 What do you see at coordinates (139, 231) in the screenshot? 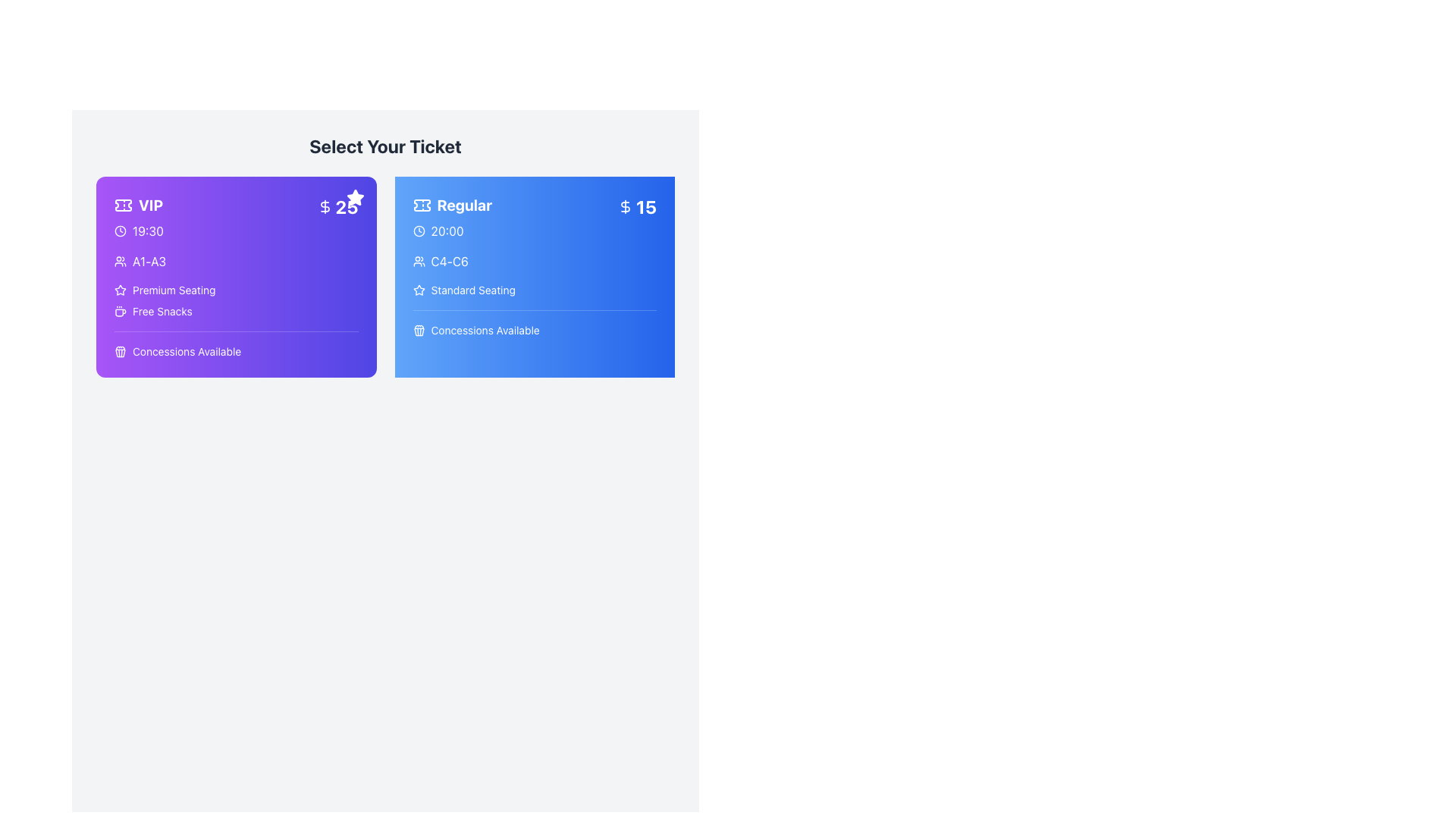
I see `the text label providing timing information for the VIP ticket, located underneath the main title 'VIP' and next to a ticket icon` at bounding box center [139, 231].